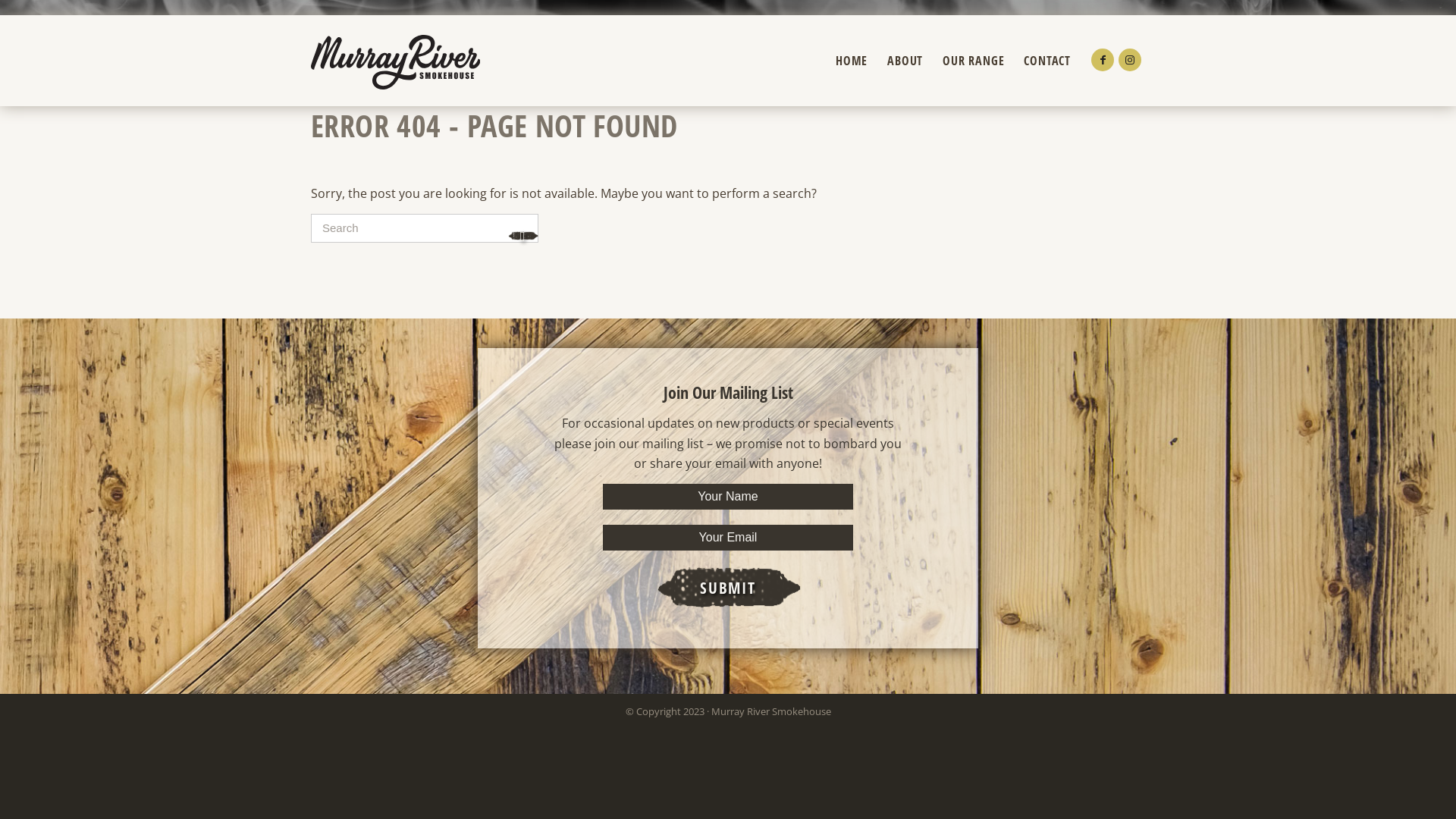  Describe the element at coordinates (973, 60) in the screenshot. I see `'OUR RANGE'` at that location.